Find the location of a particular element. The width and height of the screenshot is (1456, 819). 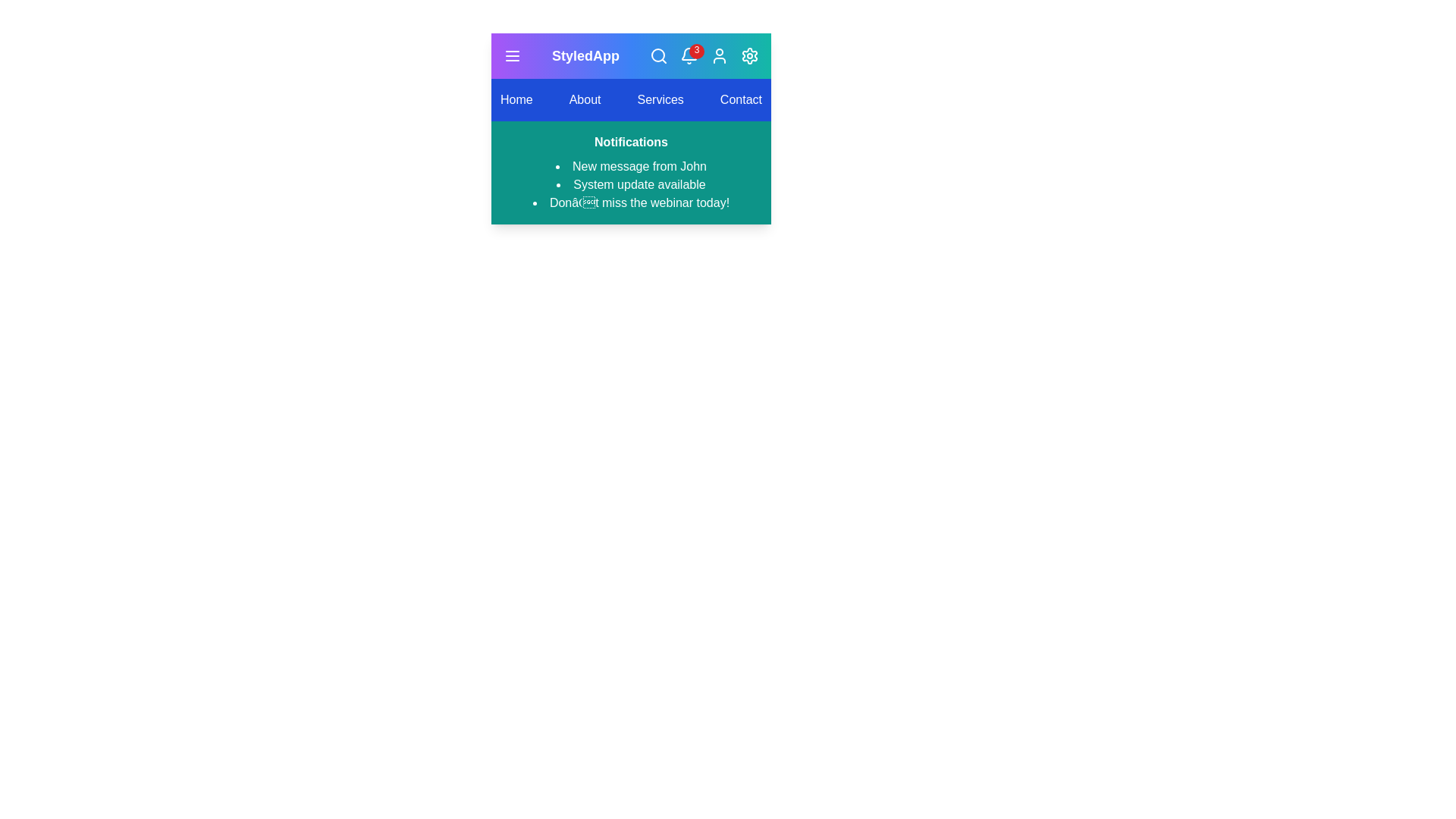

the search icon button located in the navigation bar immediately to the right of 'StyledApp' is located at coordinates (658, 55).